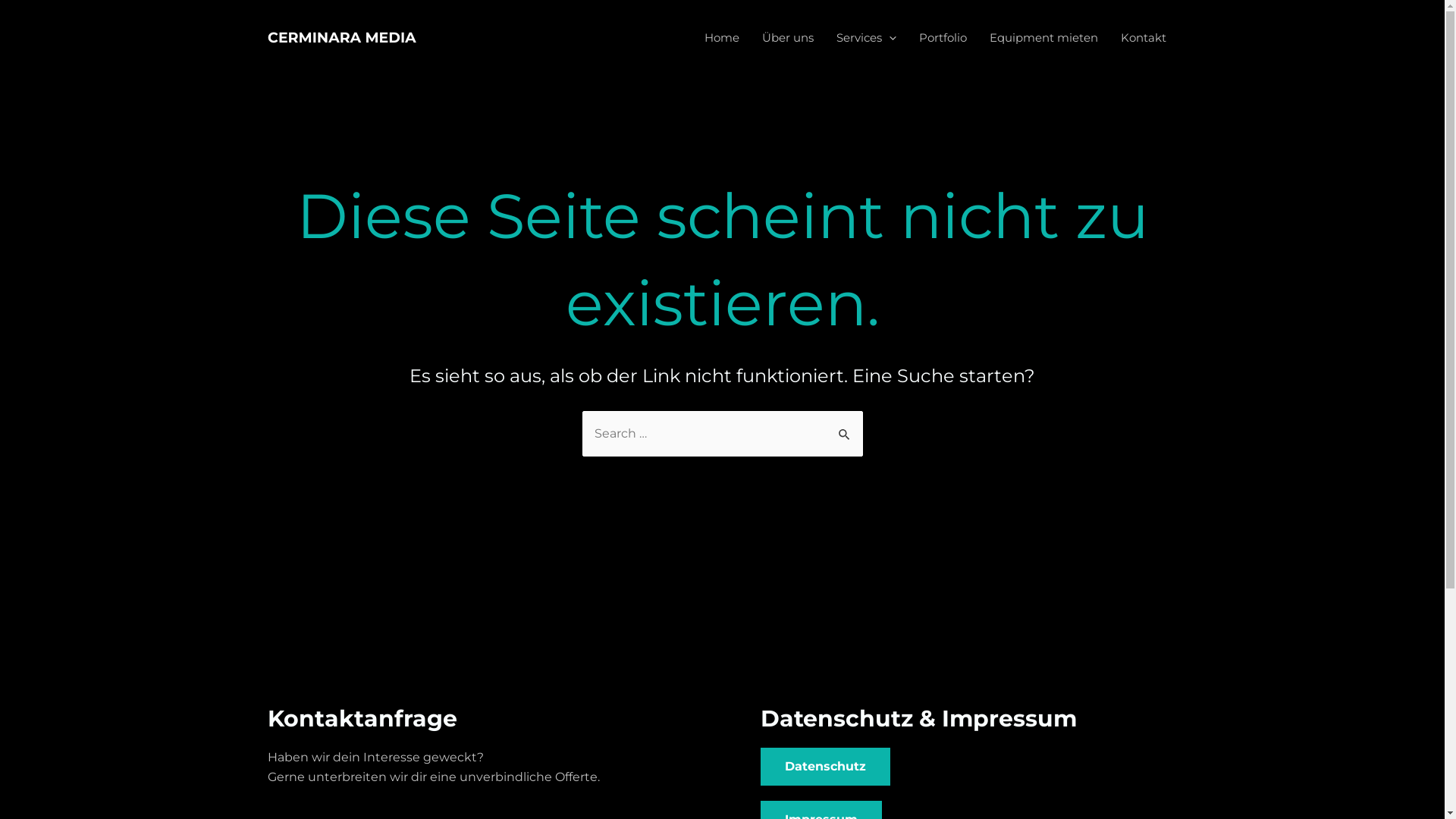 The image size is (1456, 819). I want to click on 'Kontakt', so click(1143, 37).